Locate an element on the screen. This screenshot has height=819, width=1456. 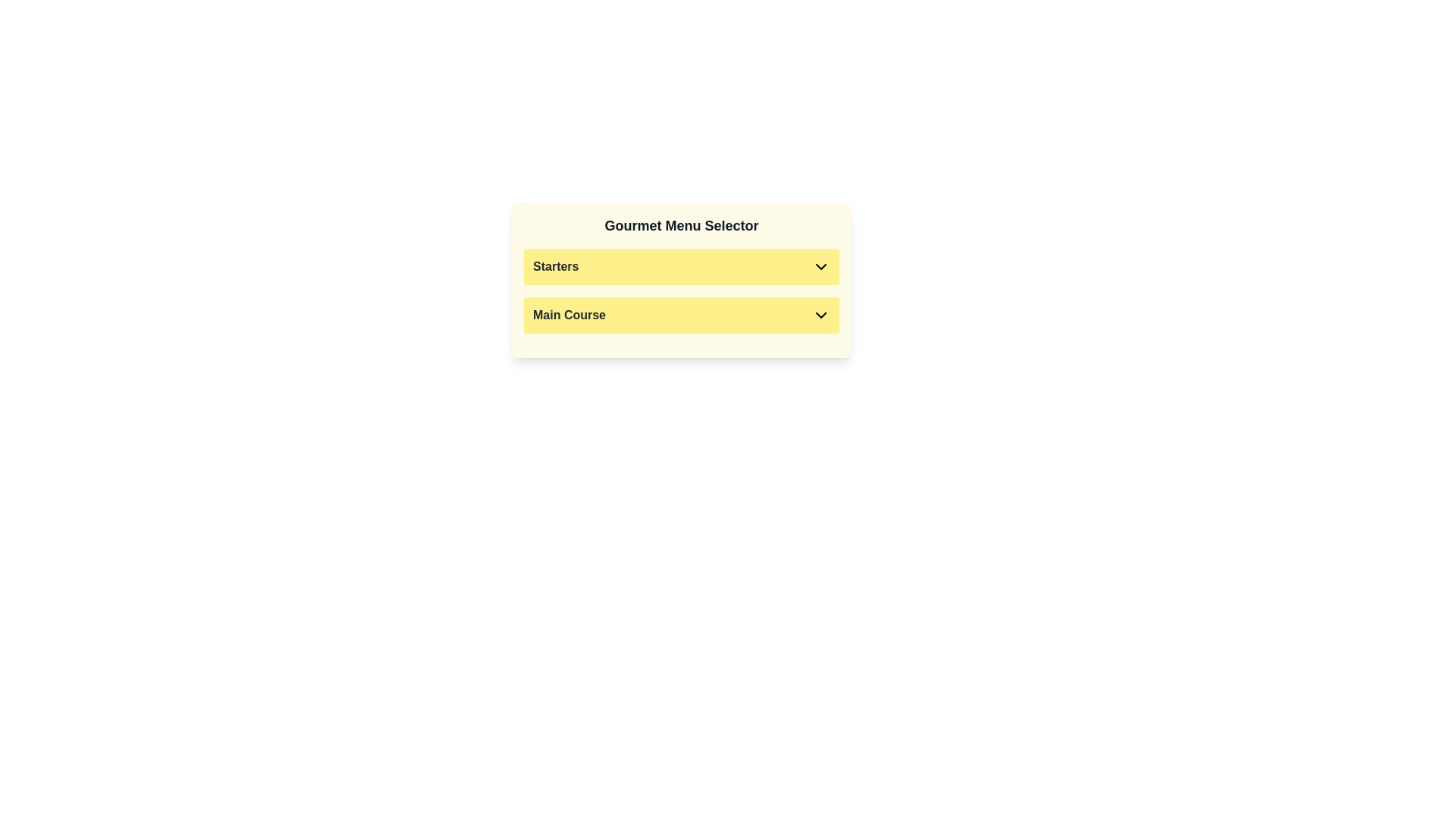
the label indicating the category name 'Starters' within the menu or dropdown interface is located at coordinates (555, 265).